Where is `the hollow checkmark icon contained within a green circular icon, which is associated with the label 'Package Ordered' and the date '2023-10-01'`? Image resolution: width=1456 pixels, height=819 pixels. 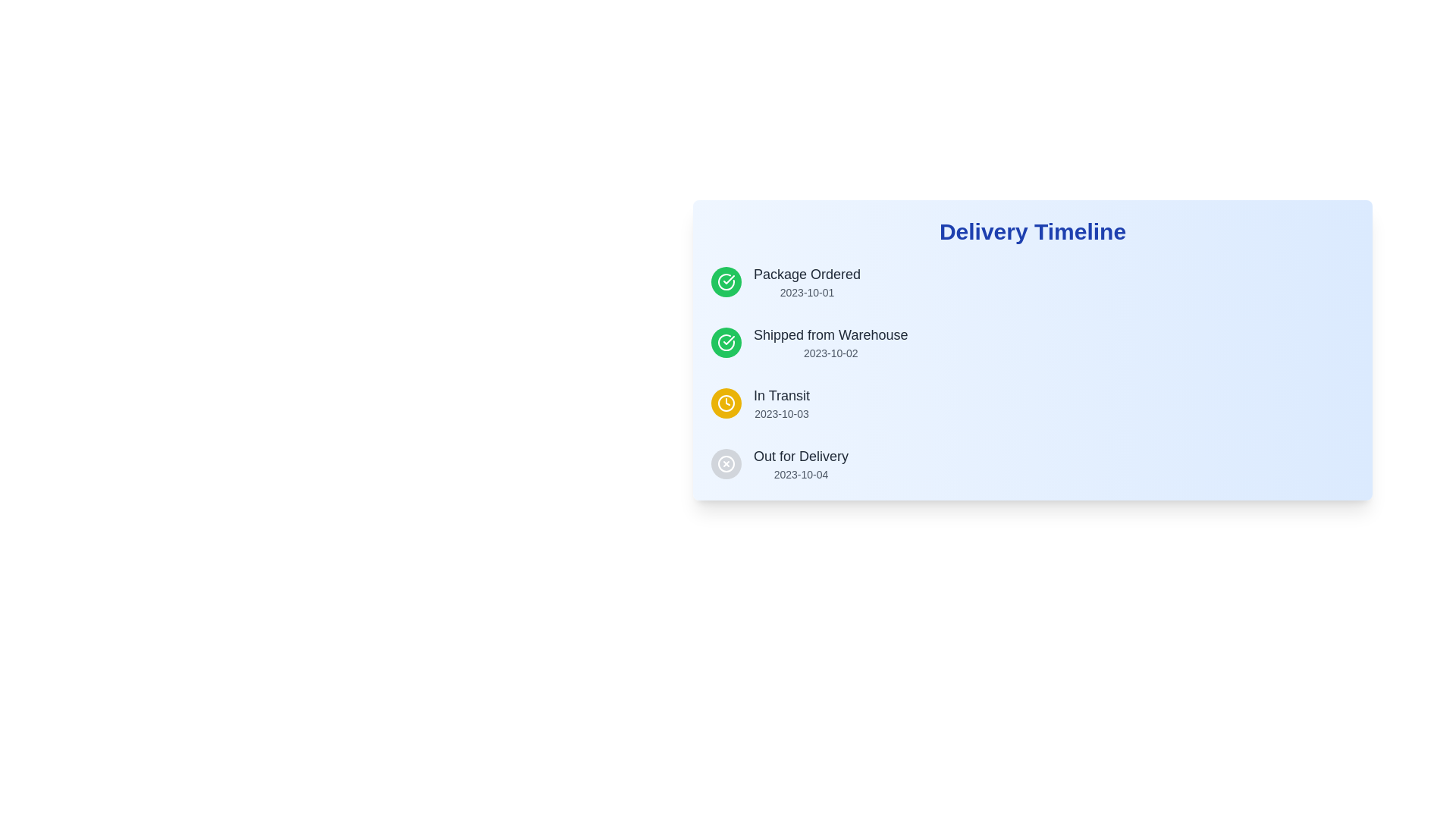
the hollow checkmark icon contained within a green circular icon, which is associated with the label 'Package Ordered' and the date '2023-10-01' is located at coordinates (729, 339).